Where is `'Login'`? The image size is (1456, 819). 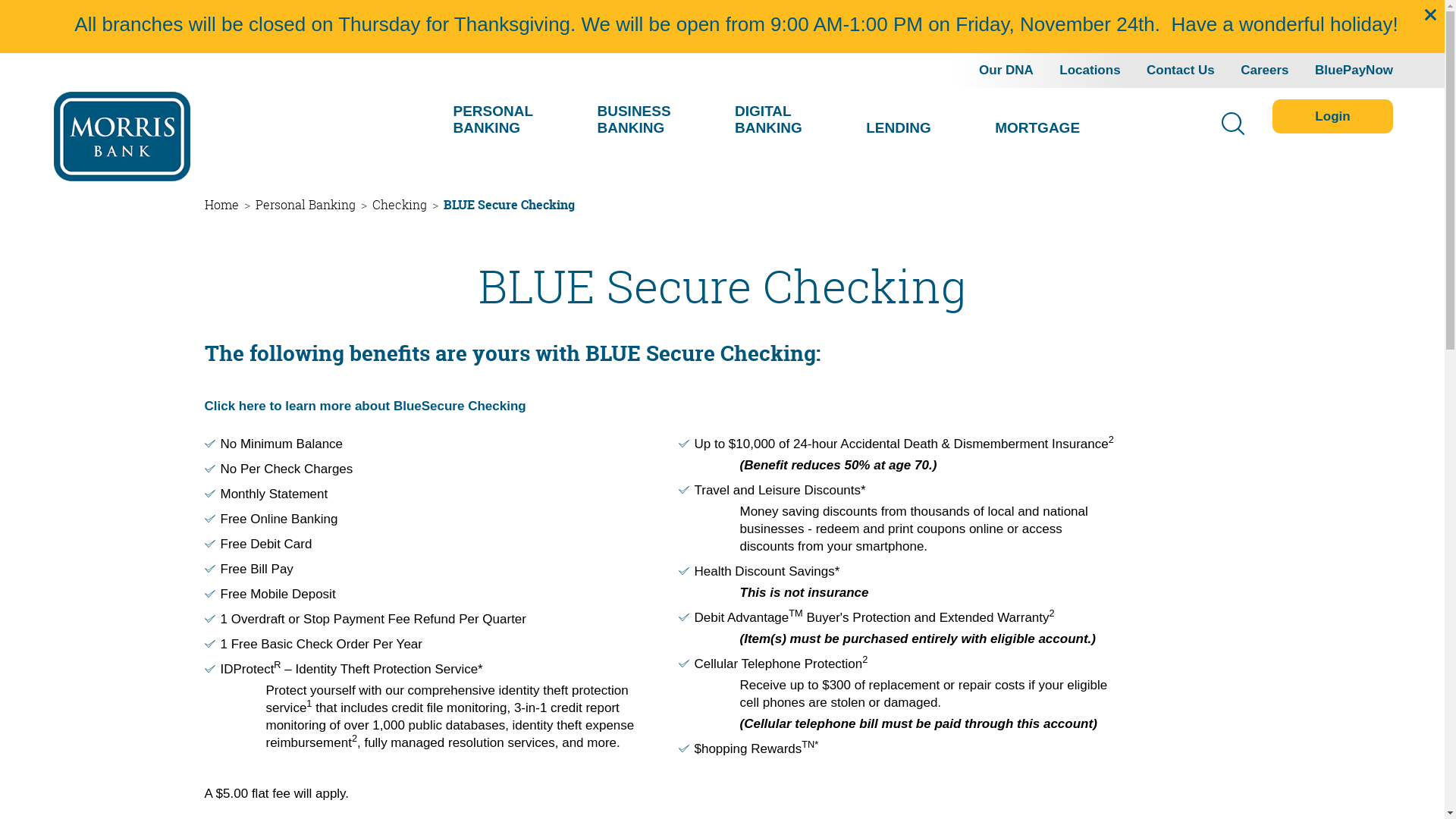
'Login' is located at coordinates (1332, 115).